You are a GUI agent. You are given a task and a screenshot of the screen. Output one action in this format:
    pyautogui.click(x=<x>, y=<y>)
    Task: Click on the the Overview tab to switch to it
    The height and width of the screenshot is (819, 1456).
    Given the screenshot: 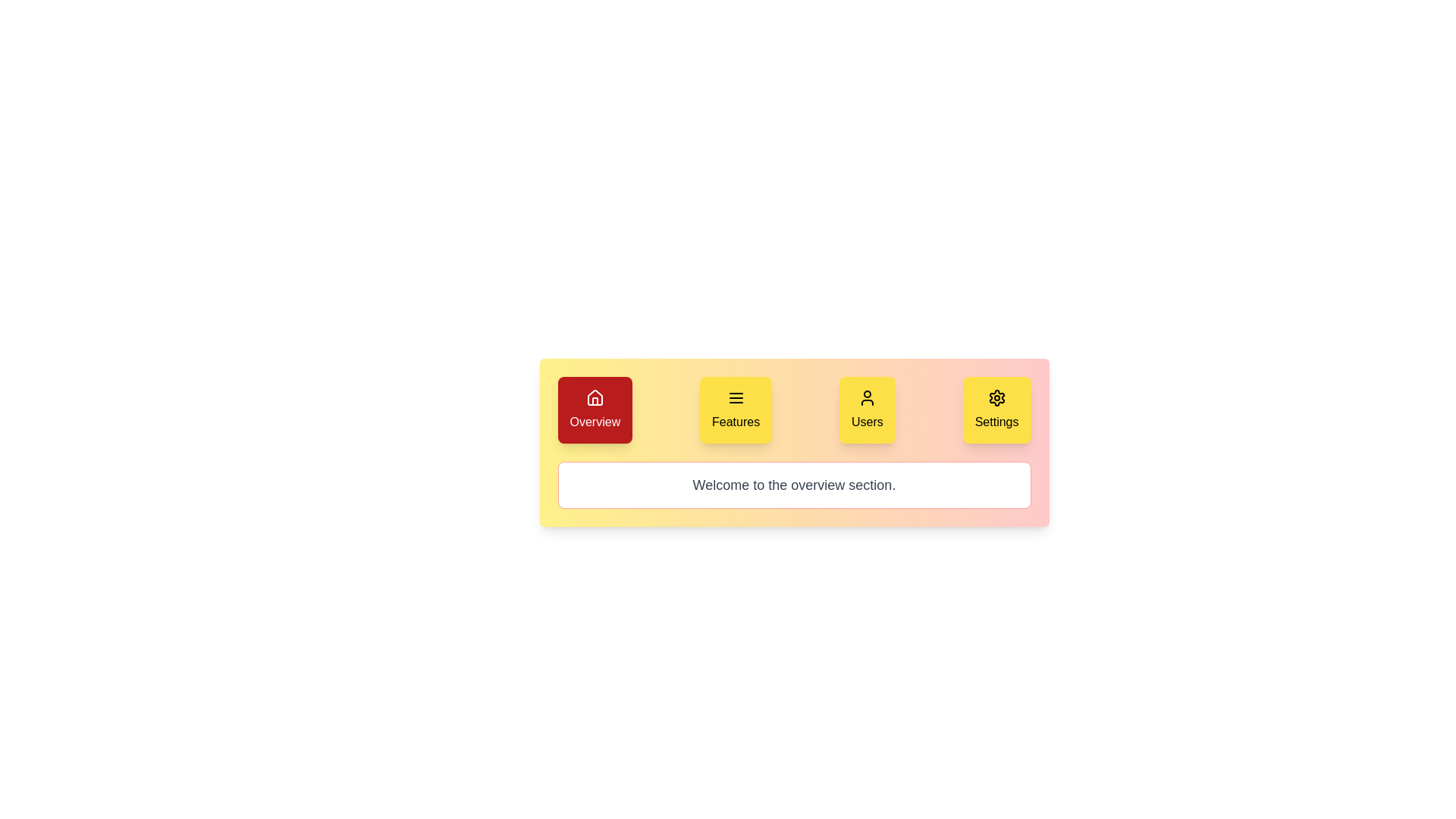 What is the action you would take?
    pyautogui.click(x=594, y=409)
    